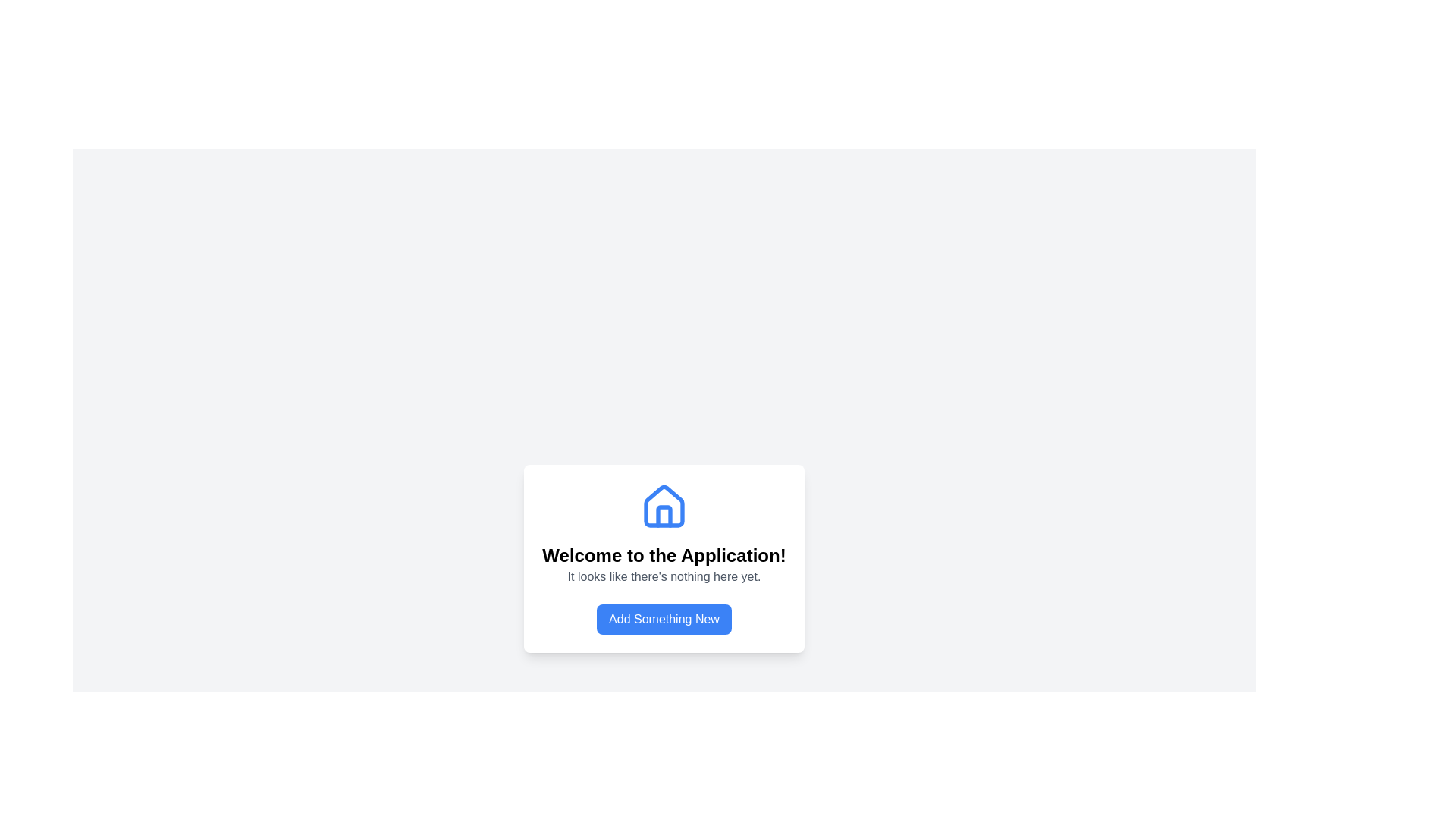  What do you see at coordinates (664, 555) in the screenshot?
I see `the text element that reads 'Welcome to the Application!', which is styled in bold and large font, located prominently within a white, rounded rectangle card` at bounding box center [664, 555].